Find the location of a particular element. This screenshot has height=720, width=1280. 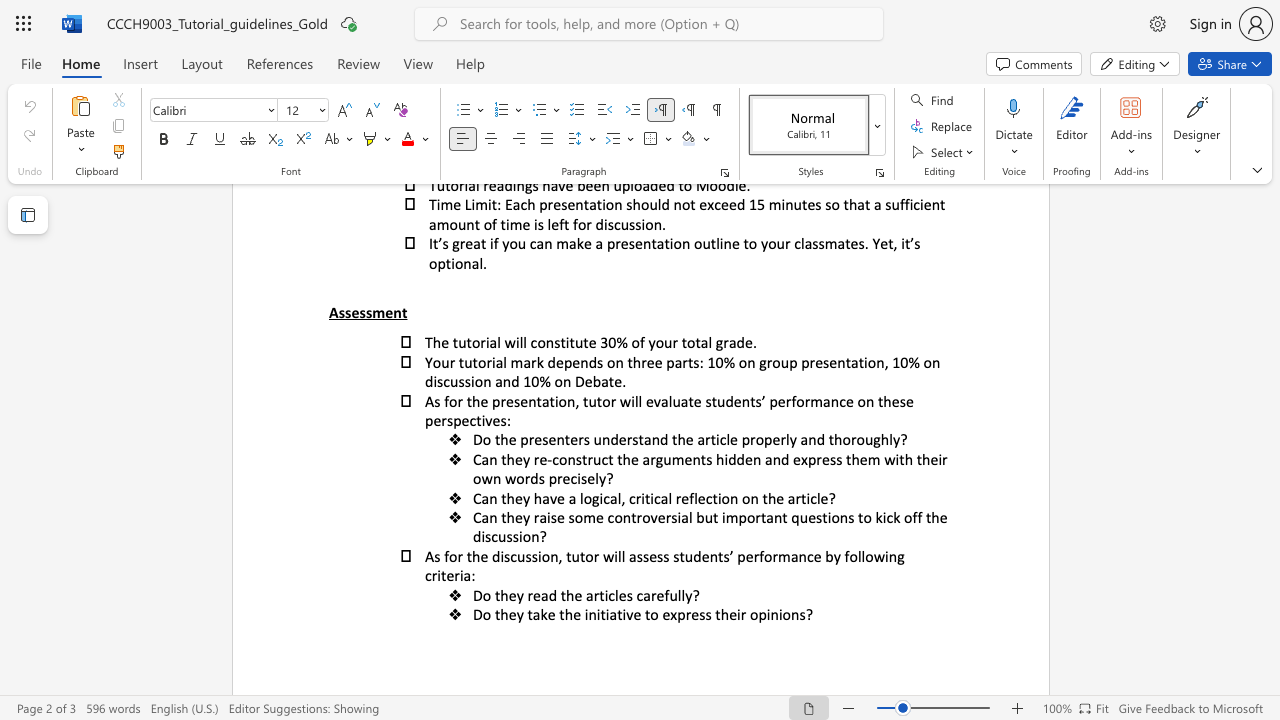

the subset text "kick off the discu" within the text "Can they raise some controversial but important questions to kick off the discussion?" is located at coordinates (875, 516).